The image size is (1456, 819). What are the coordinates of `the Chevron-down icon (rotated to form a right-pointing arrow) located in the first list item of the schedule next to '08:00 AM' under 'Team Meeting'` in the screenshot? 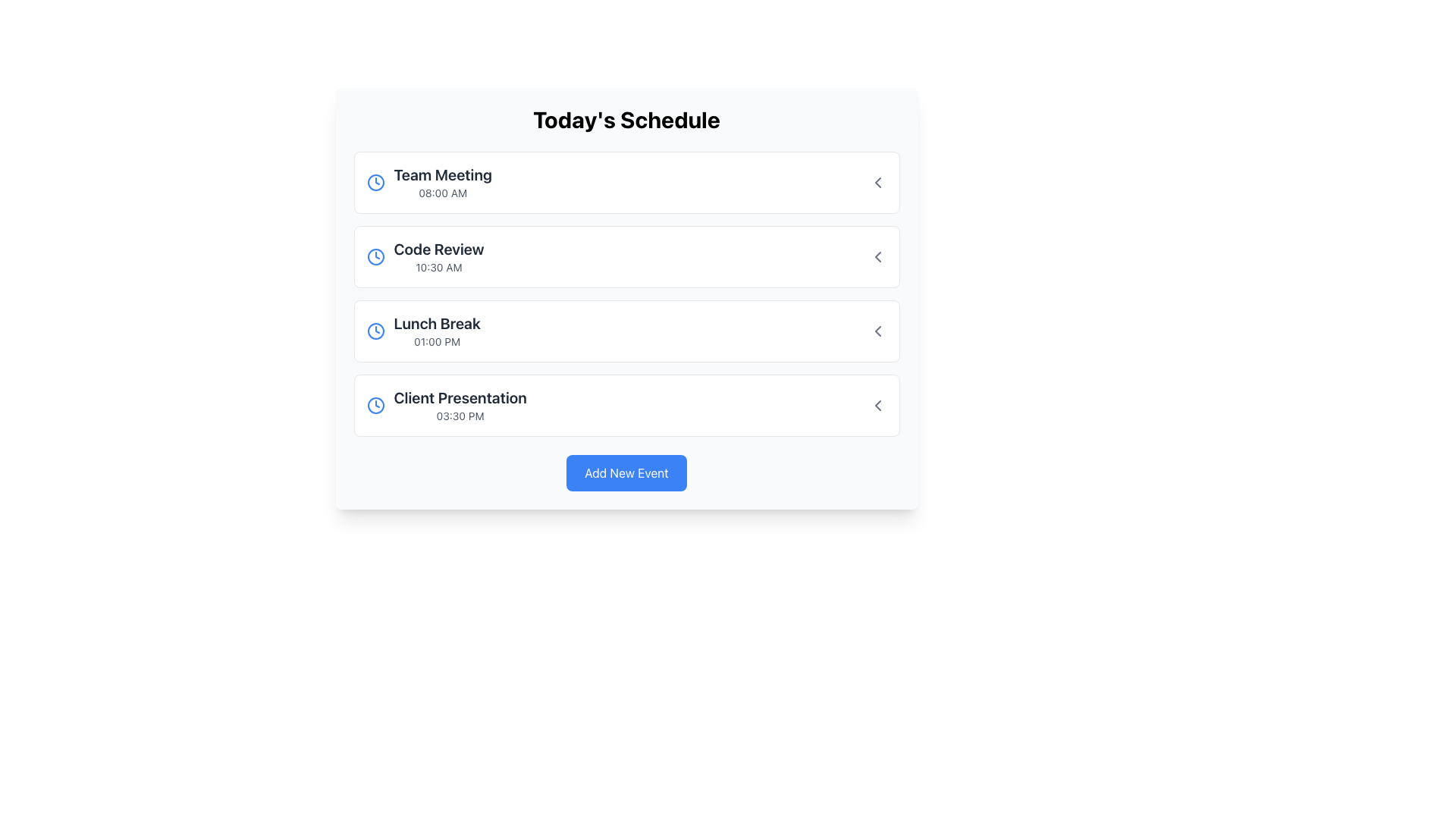 It's located at (877, 181).